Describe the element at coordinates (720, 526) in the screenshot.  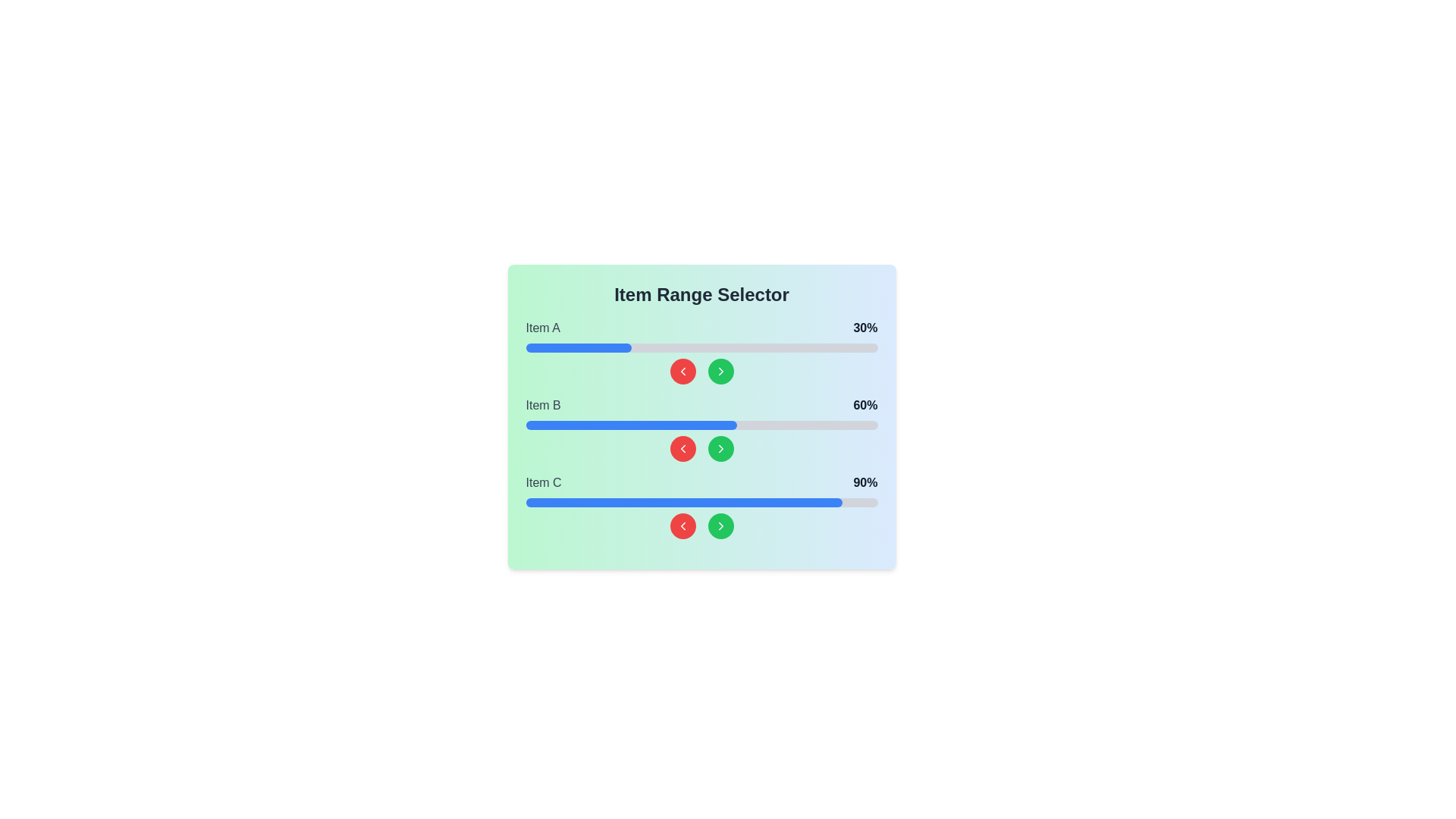
I see `the right-pointing chevron icon in the 'Item C' section of the 'Item Range Selector'` at that location.